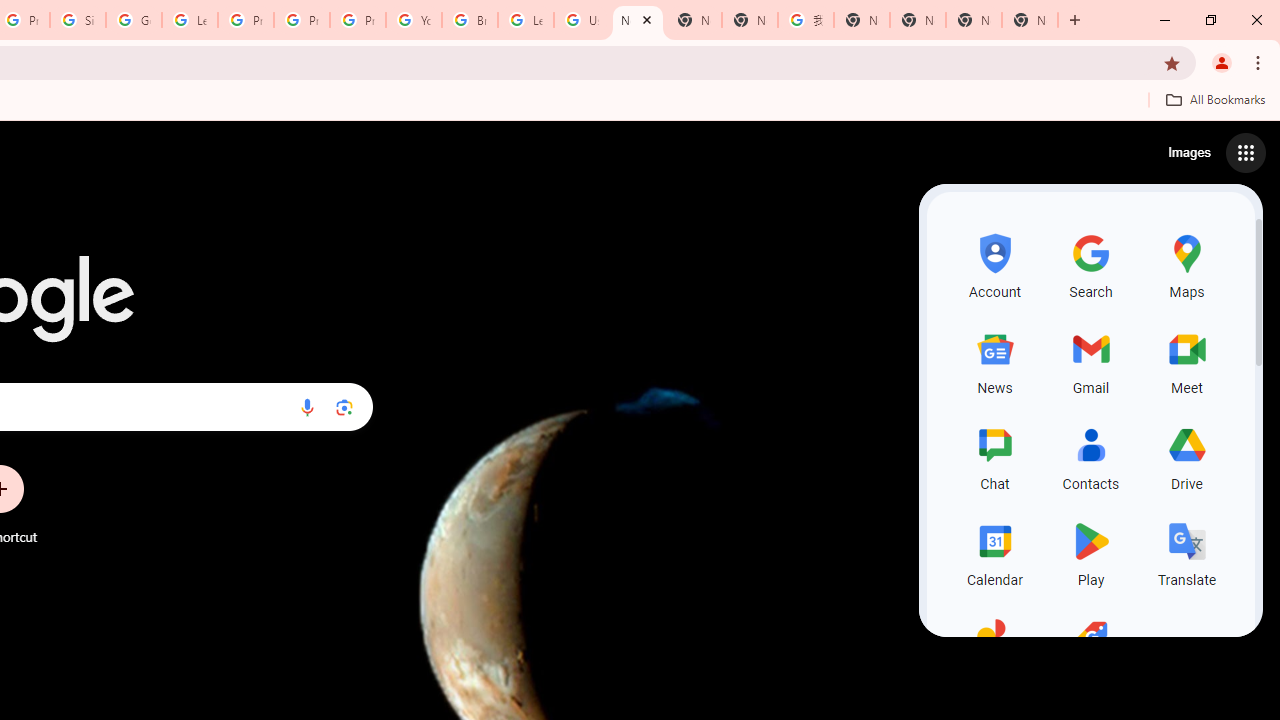 This screenshot has width=1280, height=720. Describe the element at coordinates (995, 360) in the screenshot. I see `'News, row 2 of 5 and column 1 of 3 in the first section'` at that location.